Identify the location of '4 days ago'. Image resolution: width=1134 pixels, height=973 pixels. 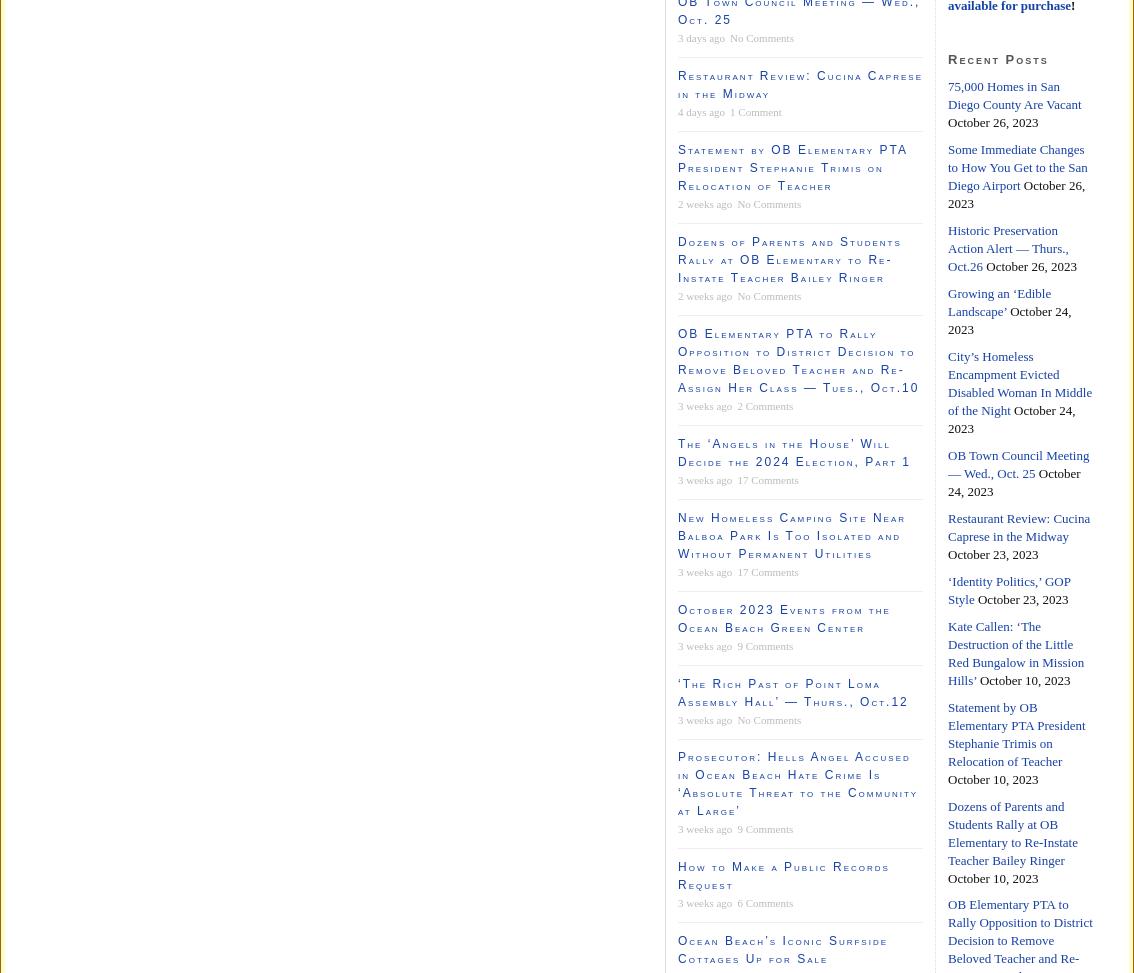
(677, 110).